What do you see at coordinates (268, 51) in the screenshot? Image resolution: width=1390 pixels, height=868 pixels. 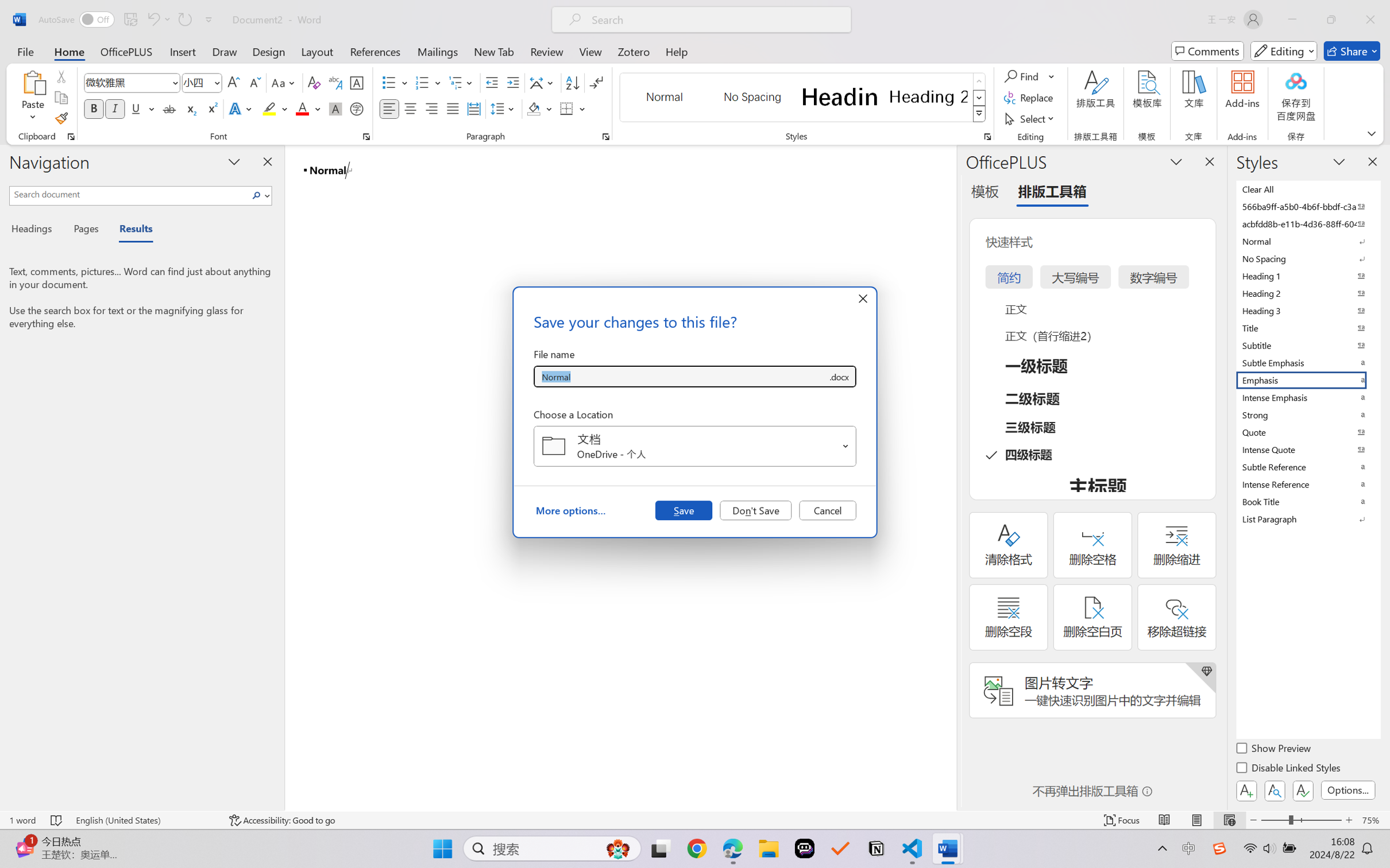 I see `'Design'` at bounding box center [268, 51].